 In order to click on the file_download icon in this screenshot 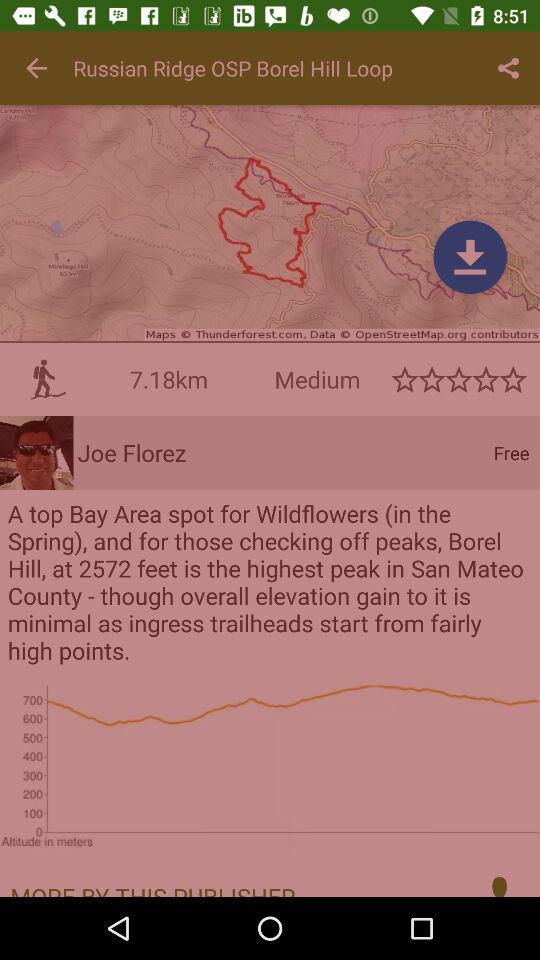, I will do `click(470, 256)`.